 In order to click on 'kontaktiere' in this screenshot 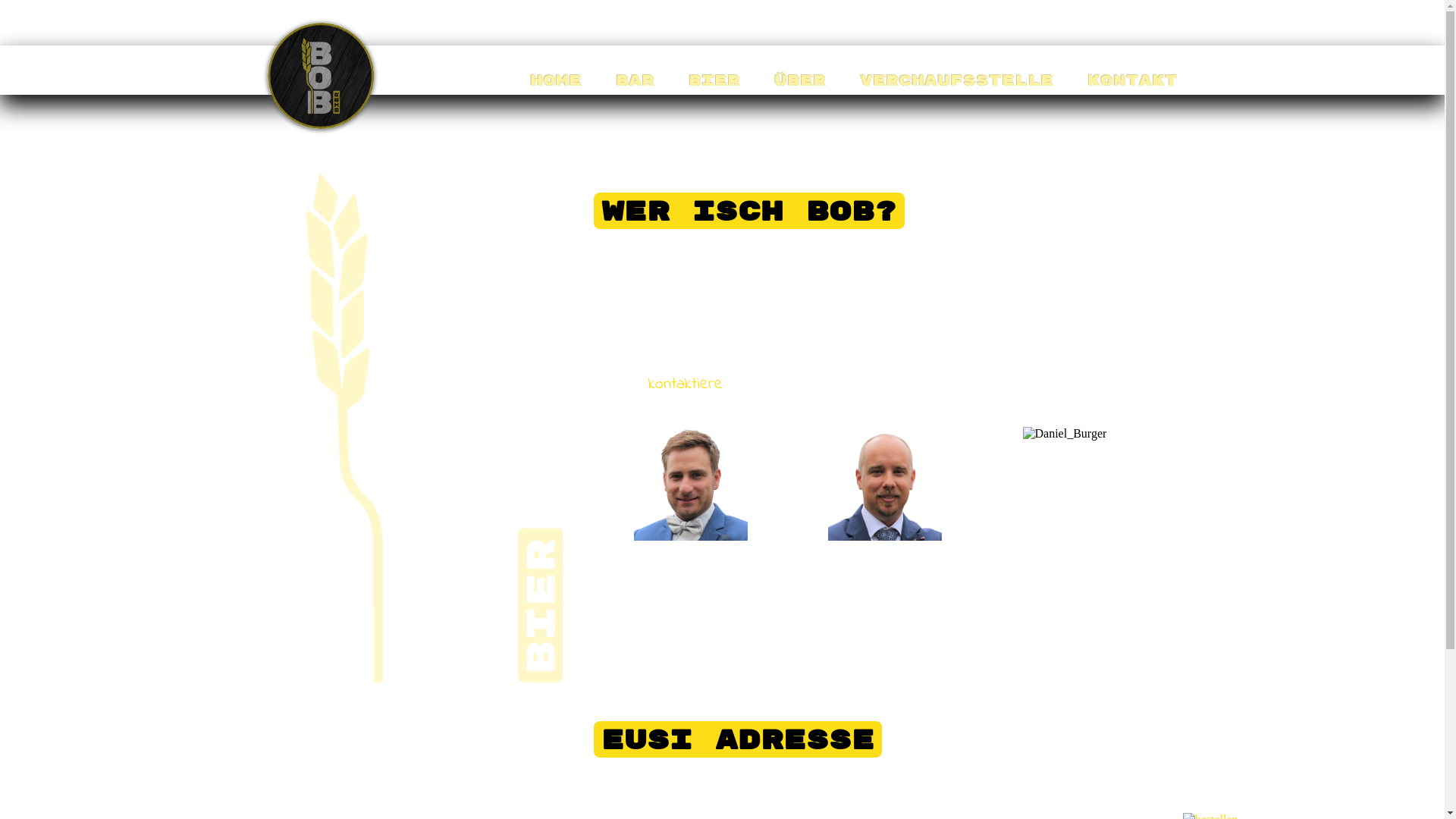, I will do `click(648, 383)`.